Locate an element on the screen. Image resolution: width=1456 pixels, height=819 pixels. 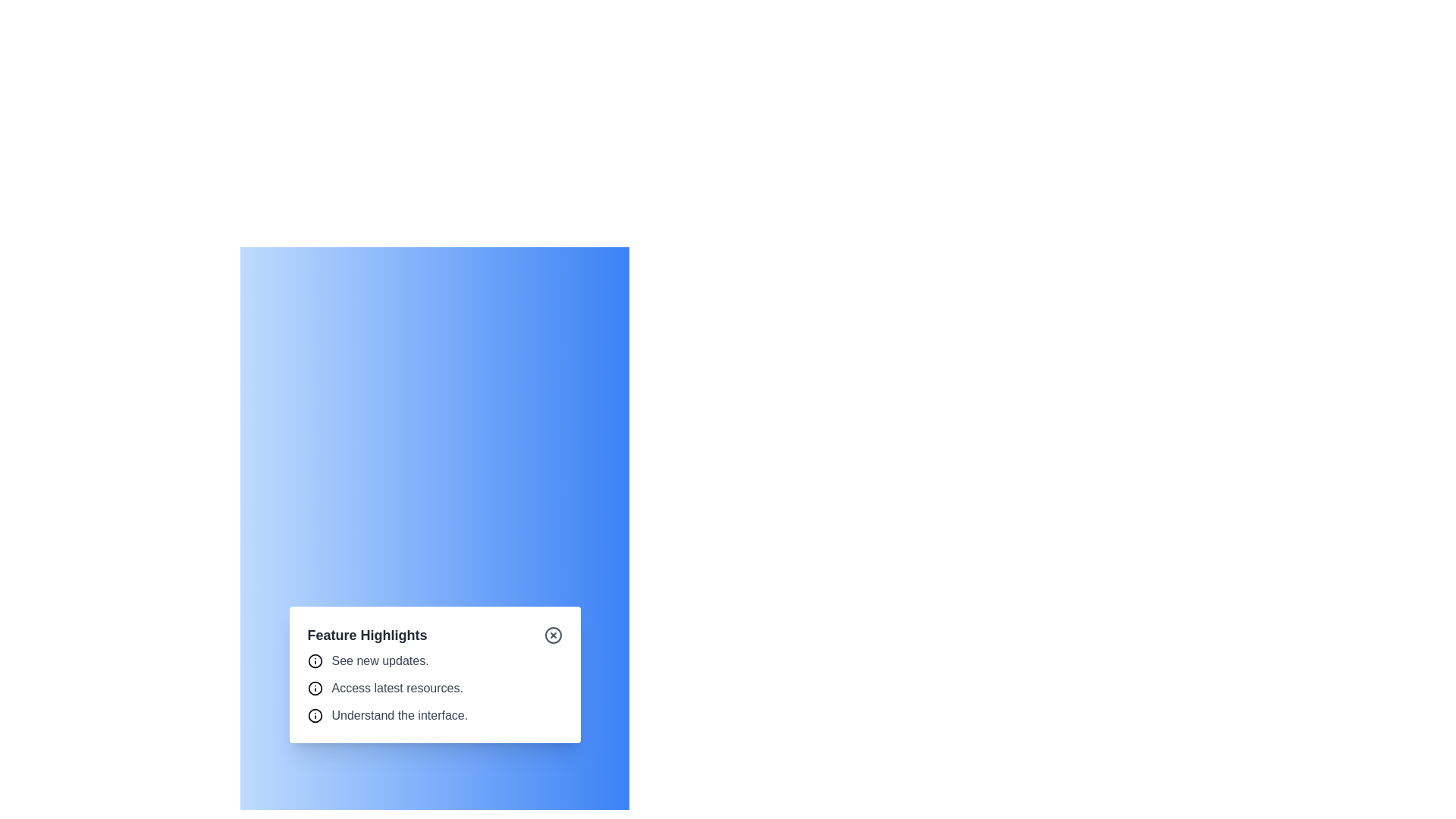
the inner circular component of the close button located in the top-right corner of the 'Feature Highlights' card is located at coordinates (552, 635).